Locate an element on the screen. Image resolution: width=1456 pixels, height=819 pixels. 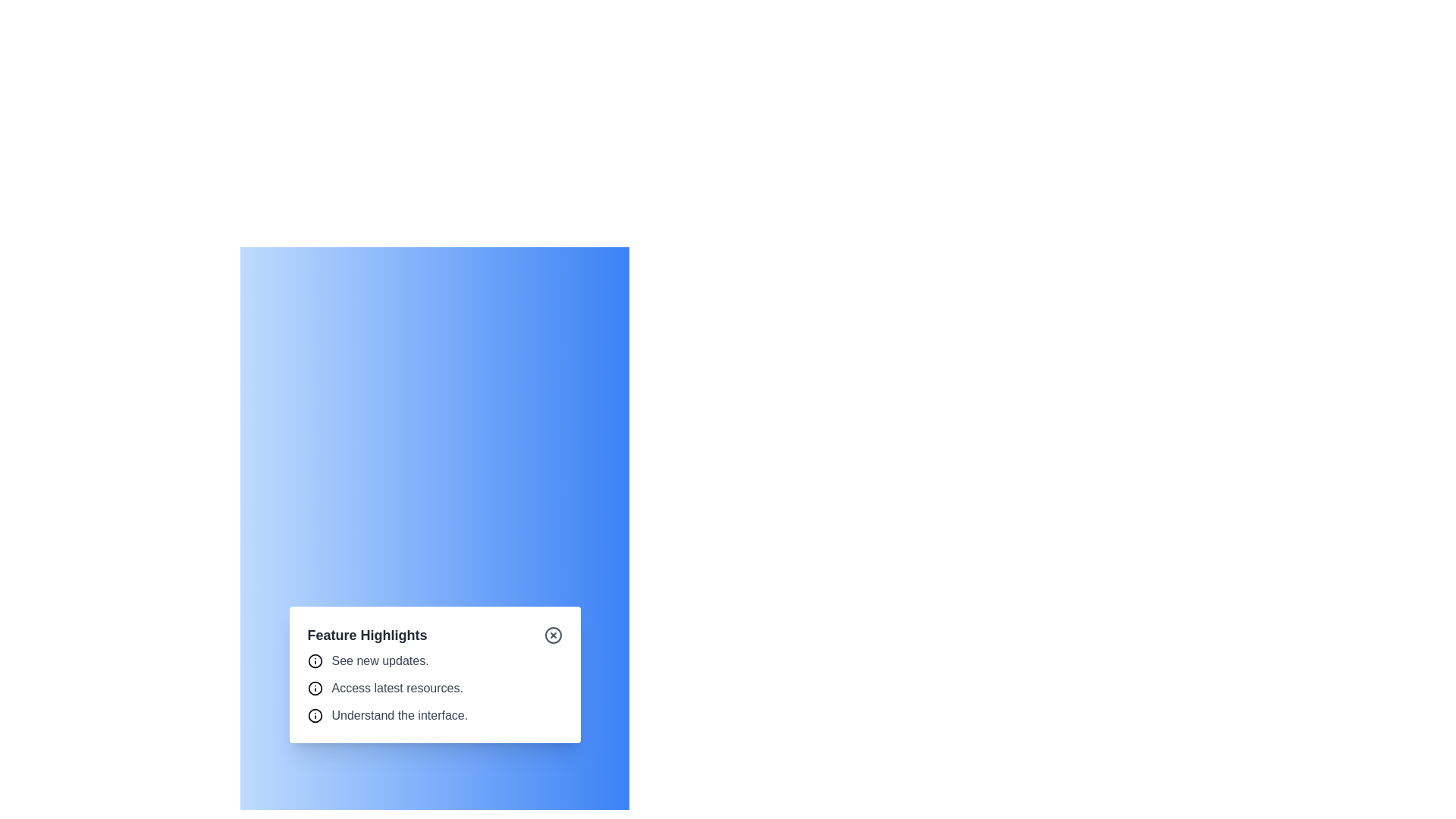
the inner circular component of the close button located in the top-right corner of the 'Feature Highlights' card is located at coordinates (552, 635).